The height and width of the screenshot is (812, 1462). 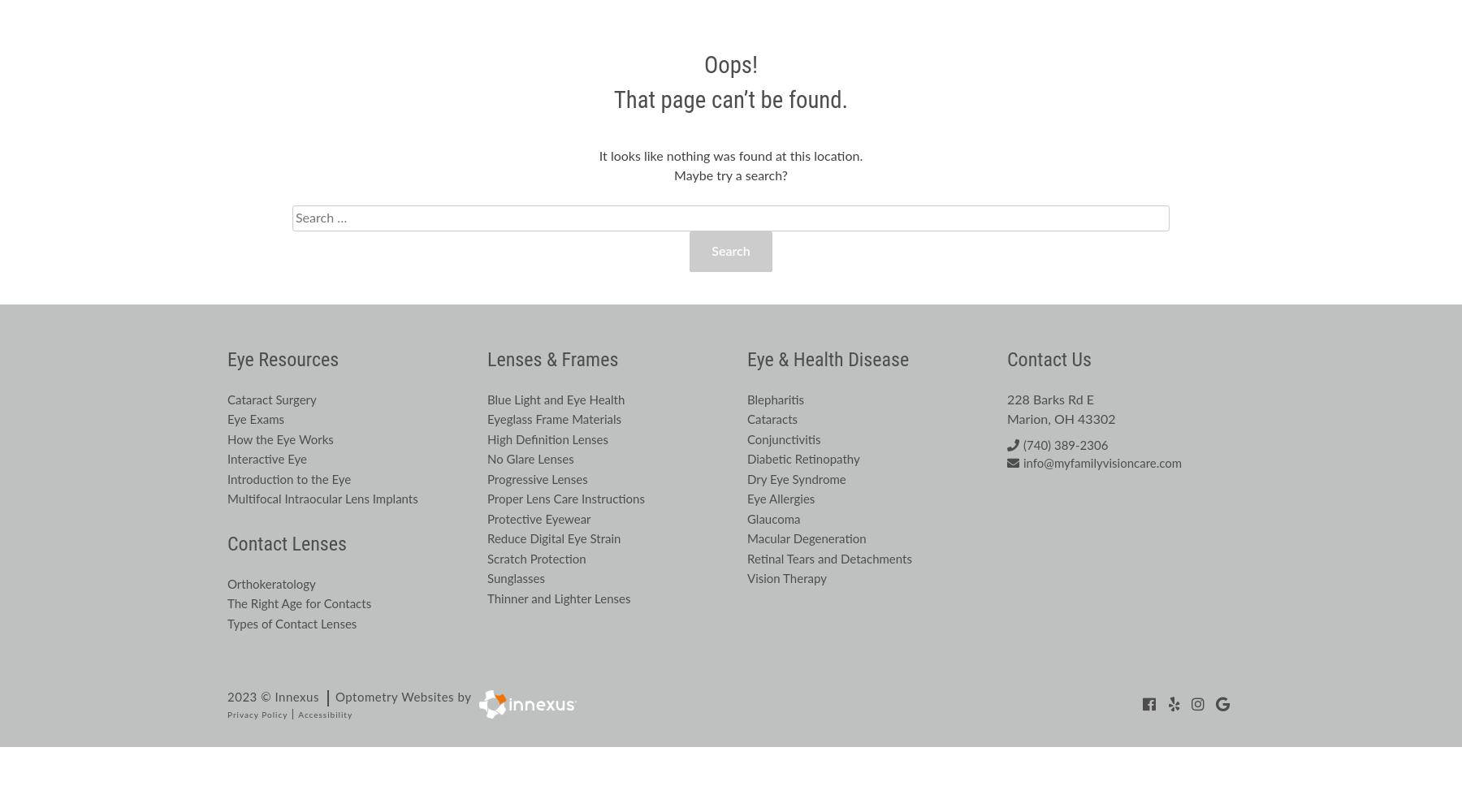 What do you see at coordinates (806, 539) in the screenshot?
I see `'Macular Degeneration'` at bounding box center [806, 539].